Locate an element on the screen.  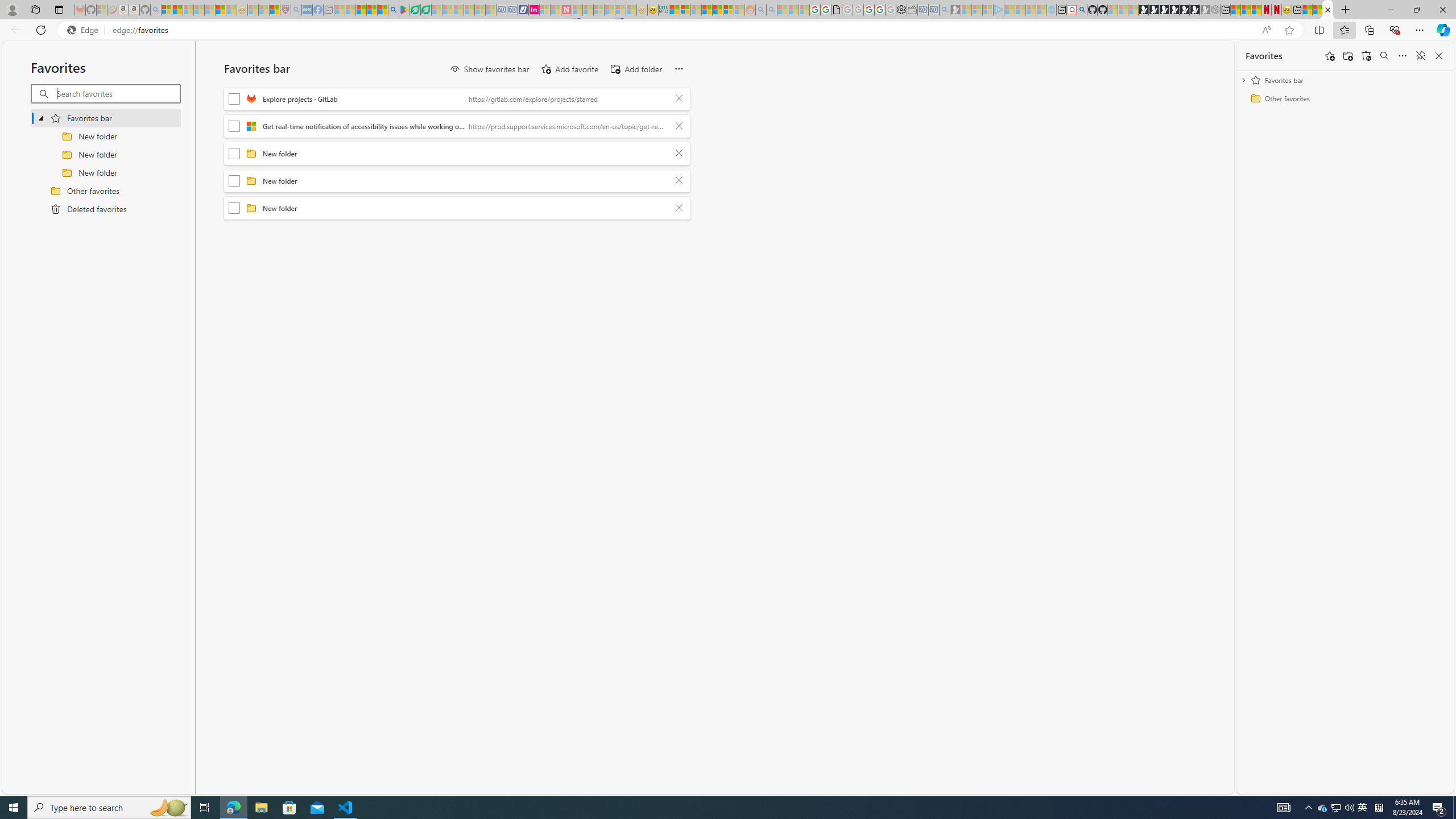
'google_privacy_policy_zh-CN.pdf' is located at coordinates (837, 9).